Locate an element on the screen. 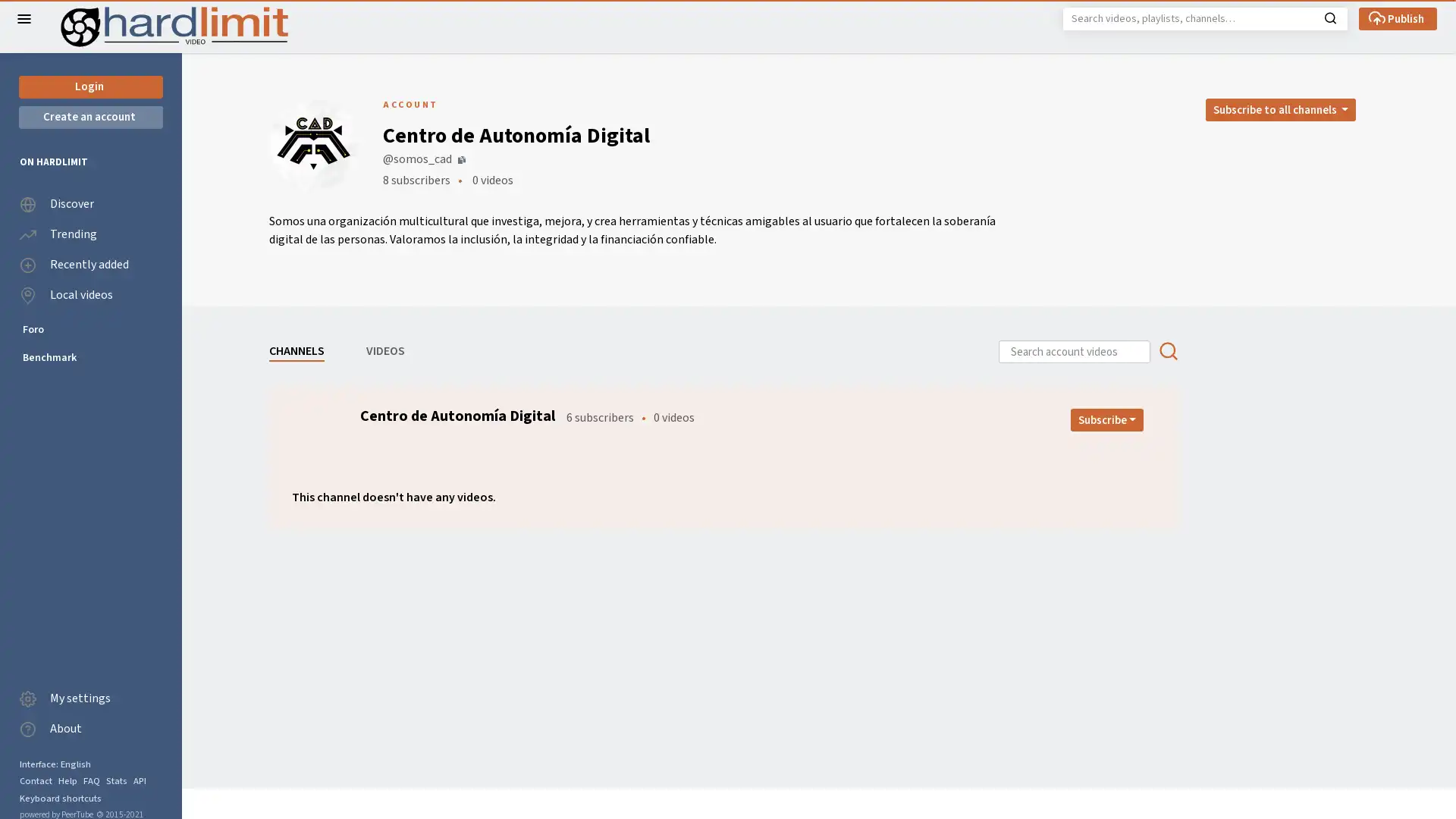 The image size is (1456, 819). Open subscription dropdown is located at coordinates (1279, 109).